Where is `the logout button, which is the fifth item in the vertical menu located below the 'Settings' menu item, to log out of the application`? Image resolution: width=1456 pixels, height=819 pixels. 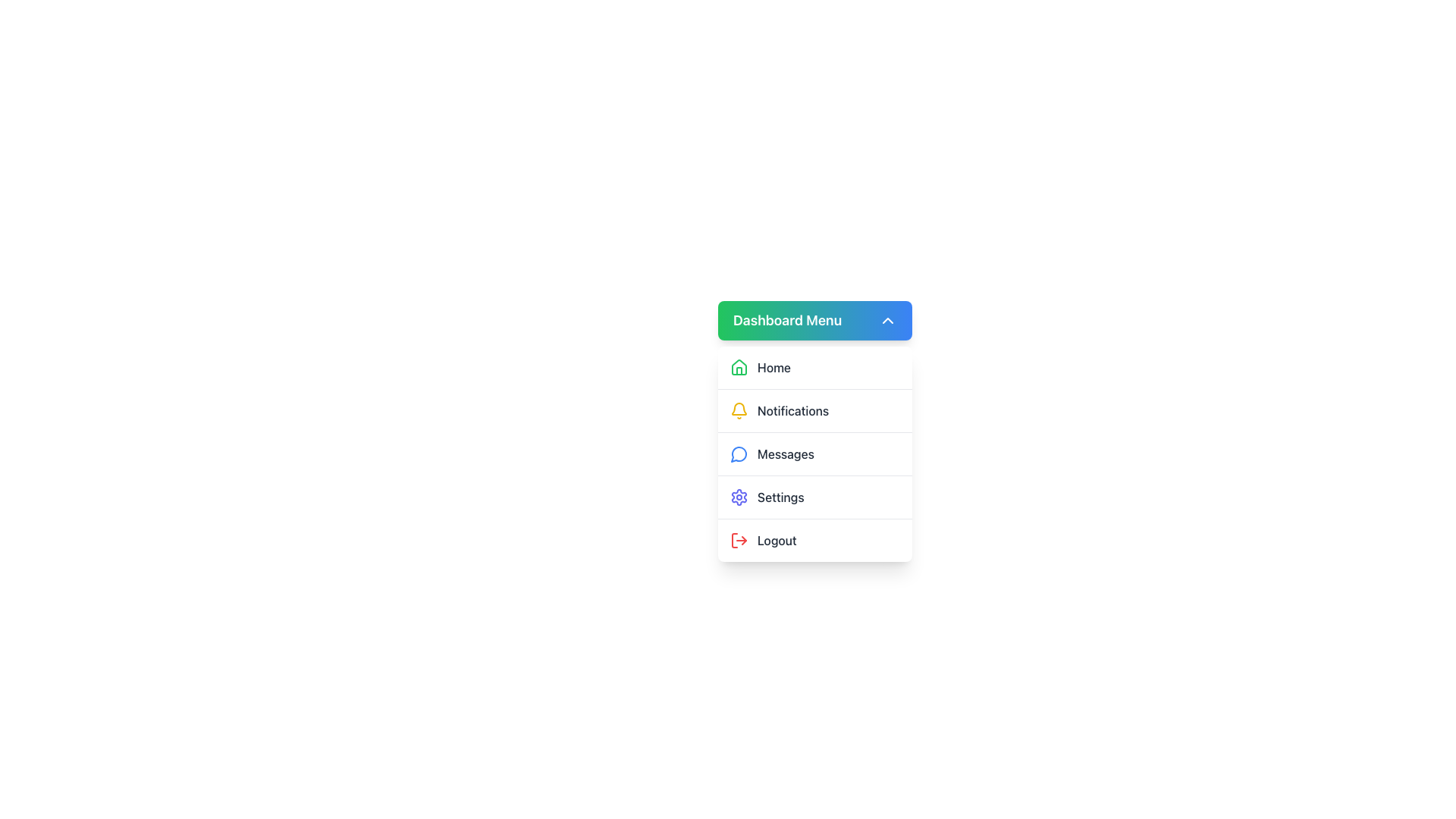 the logout button, which is the fifth item in the vertical menu located below the 'Settings' menu item, to log out of the application is located at coordinates (814, 539).